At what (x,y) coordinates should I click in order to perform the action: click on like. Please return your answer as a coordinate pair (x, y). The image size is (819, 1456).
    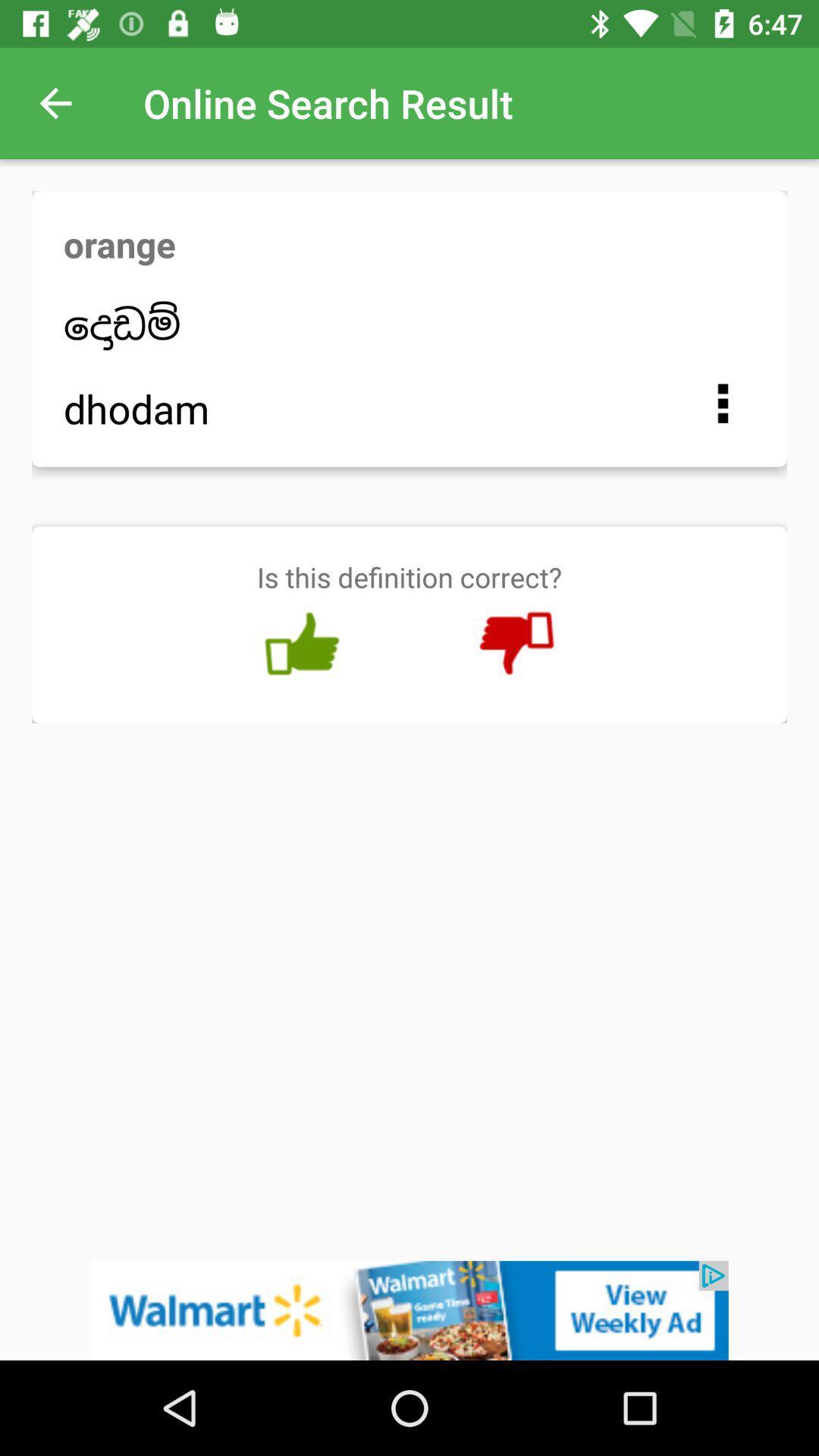
    Looking at the image, I should click on (302, 644).